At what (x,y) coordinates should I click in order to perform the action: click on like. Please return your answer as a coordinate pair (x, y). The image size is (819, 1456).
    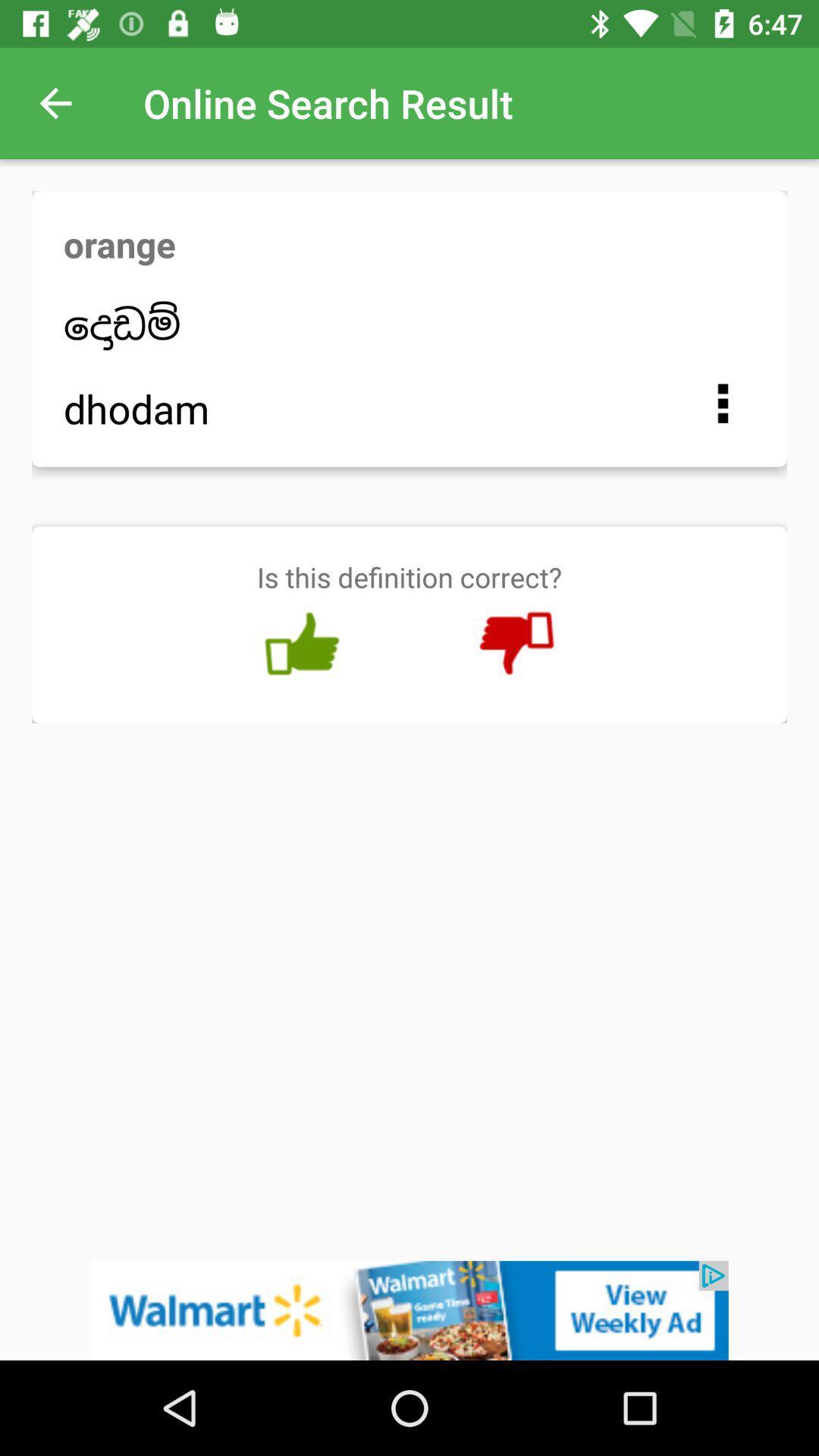
    Looking at the image, I should click on (302, 644).